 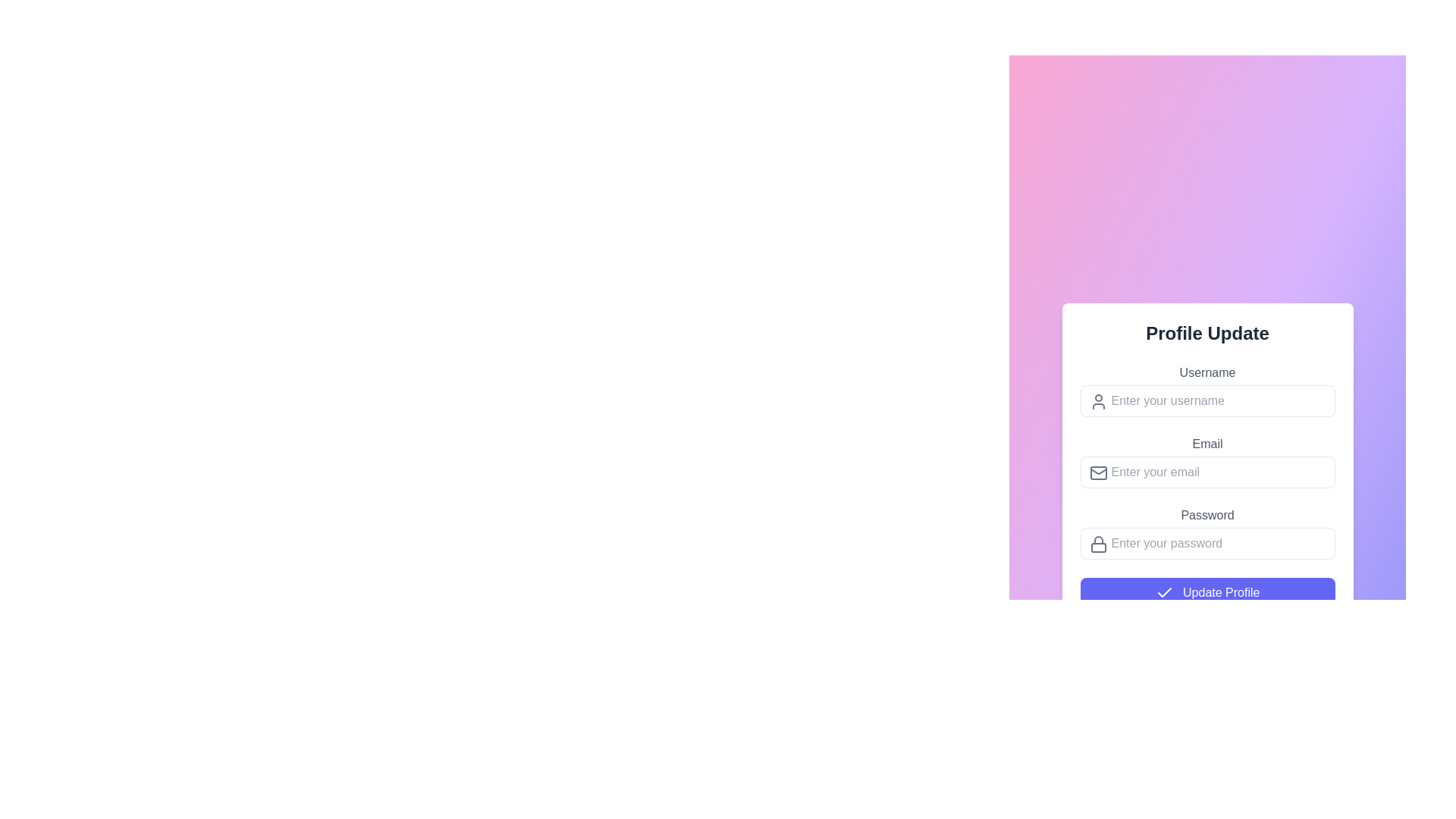 I want to click on the 'Password' input field, which is below the 'Email' input group and above the 'Update Profile' button in the 'Profile Update' form, so click(x=1207, y=532).